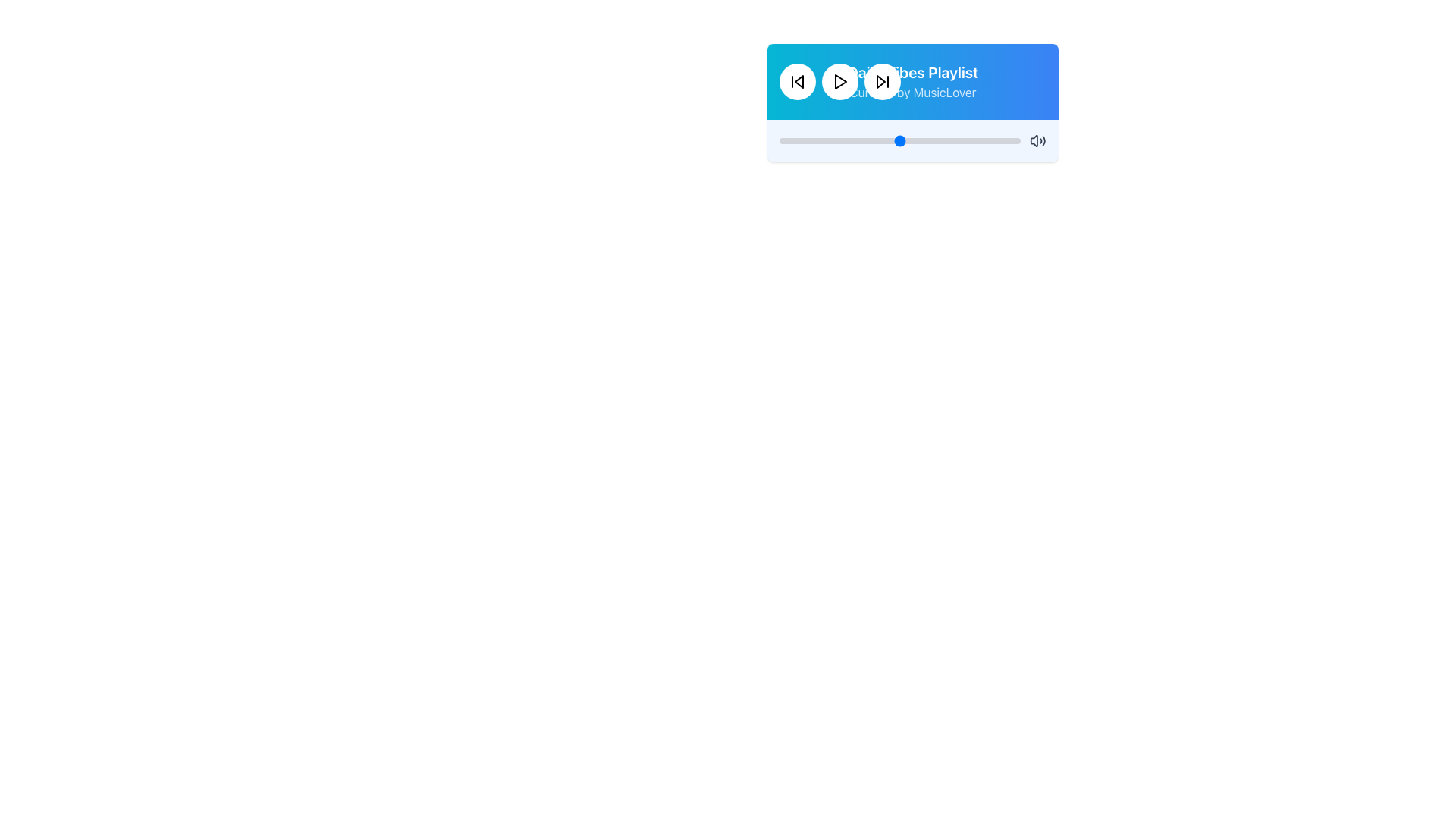 The width and height of the screenshot is (1456, 819). Describe the element at coordinates (1037, 140) in the screenshot. I see `the speaker icon with sound waves in the music player interface` at that location.